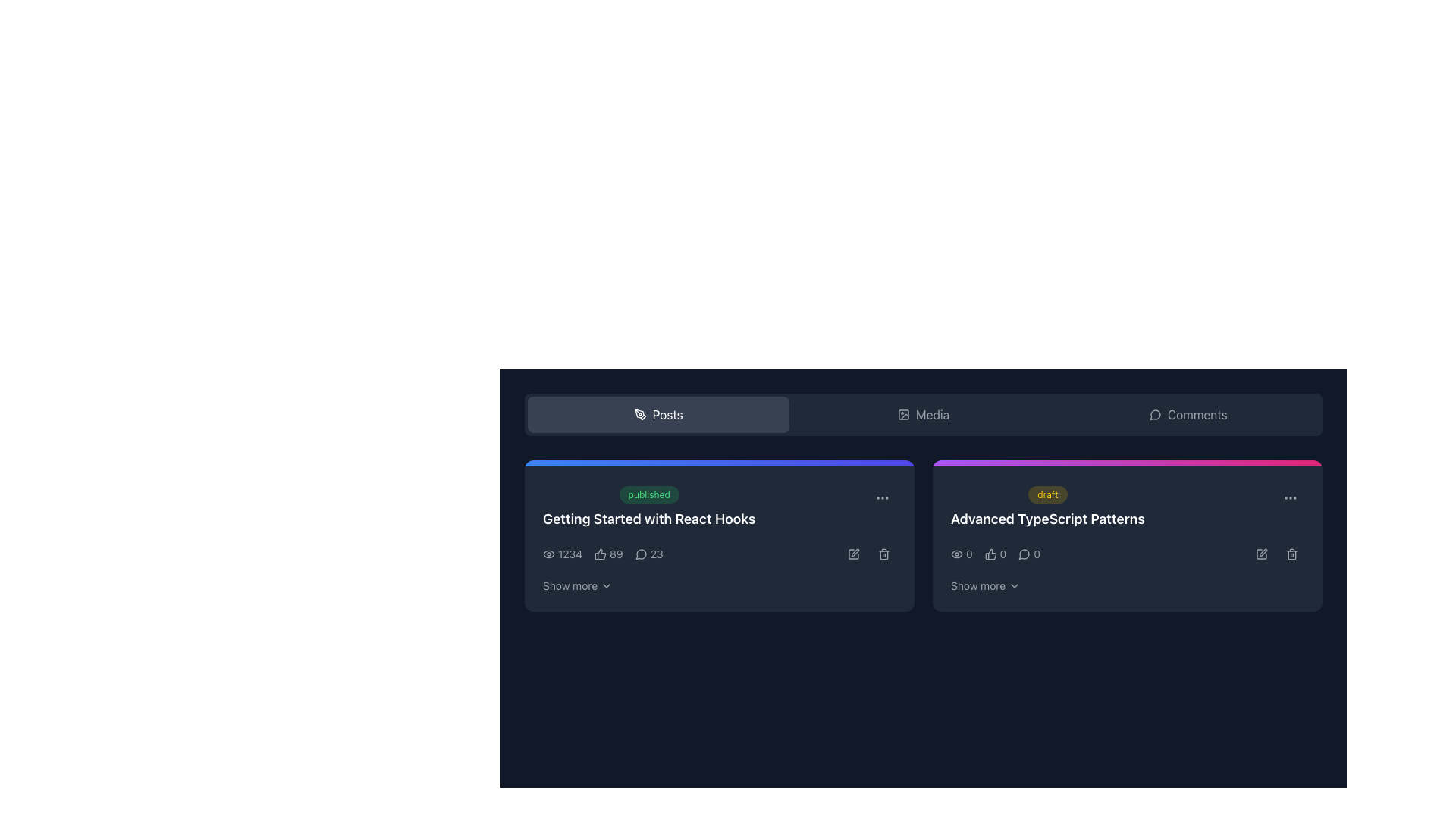  I want to click on the middle navigation button that redirects to media content, so click(923, 415).